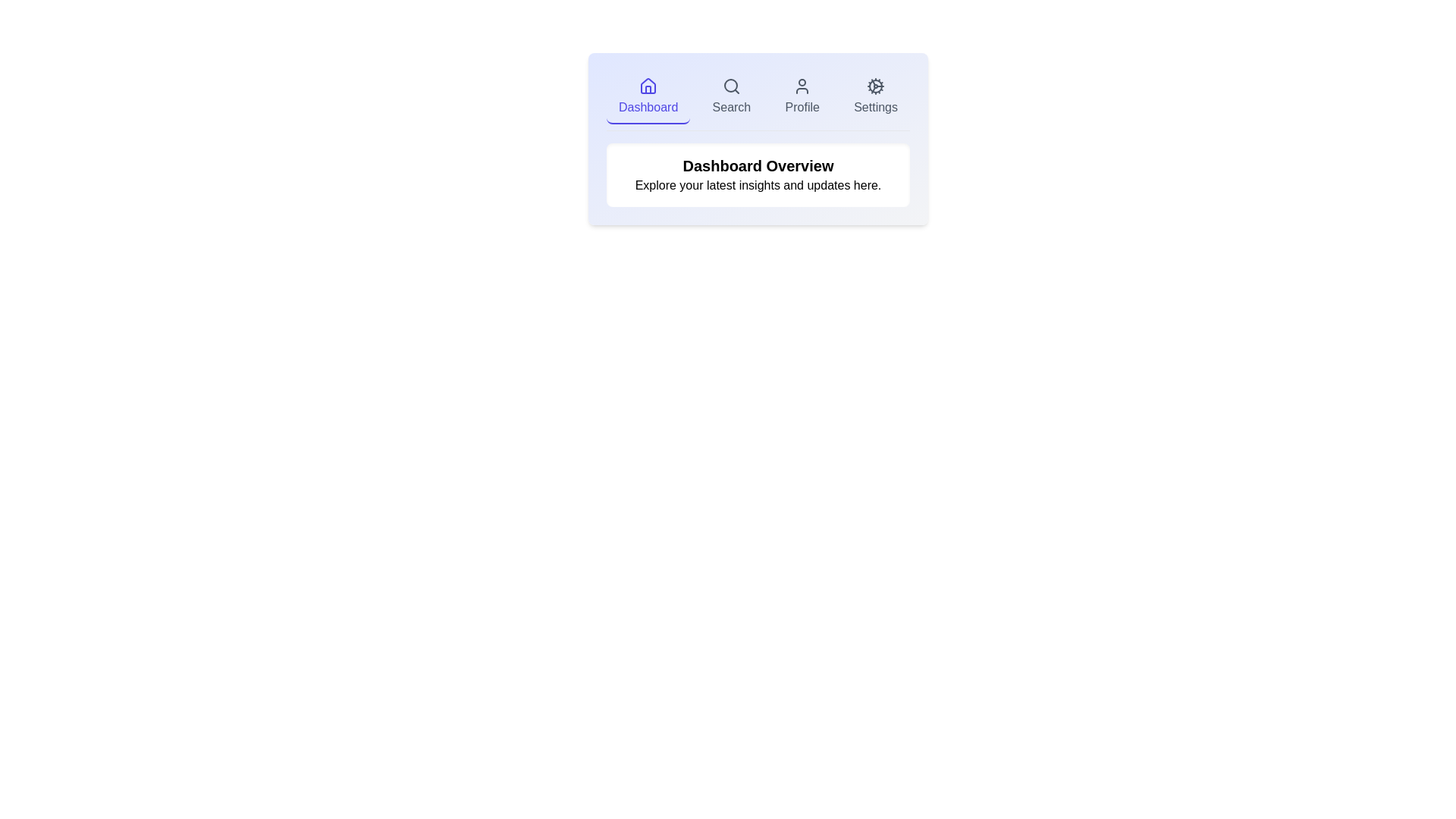 The image size is (1456, 819). What do you see at coordinates (758, 185) in the screenshot?
I see `the Text Label that contains the string 'Explore your latest insights and updates here.' positioned centrally beneath the 'Dashboard Overview' title` at bounding box center [758, 185].